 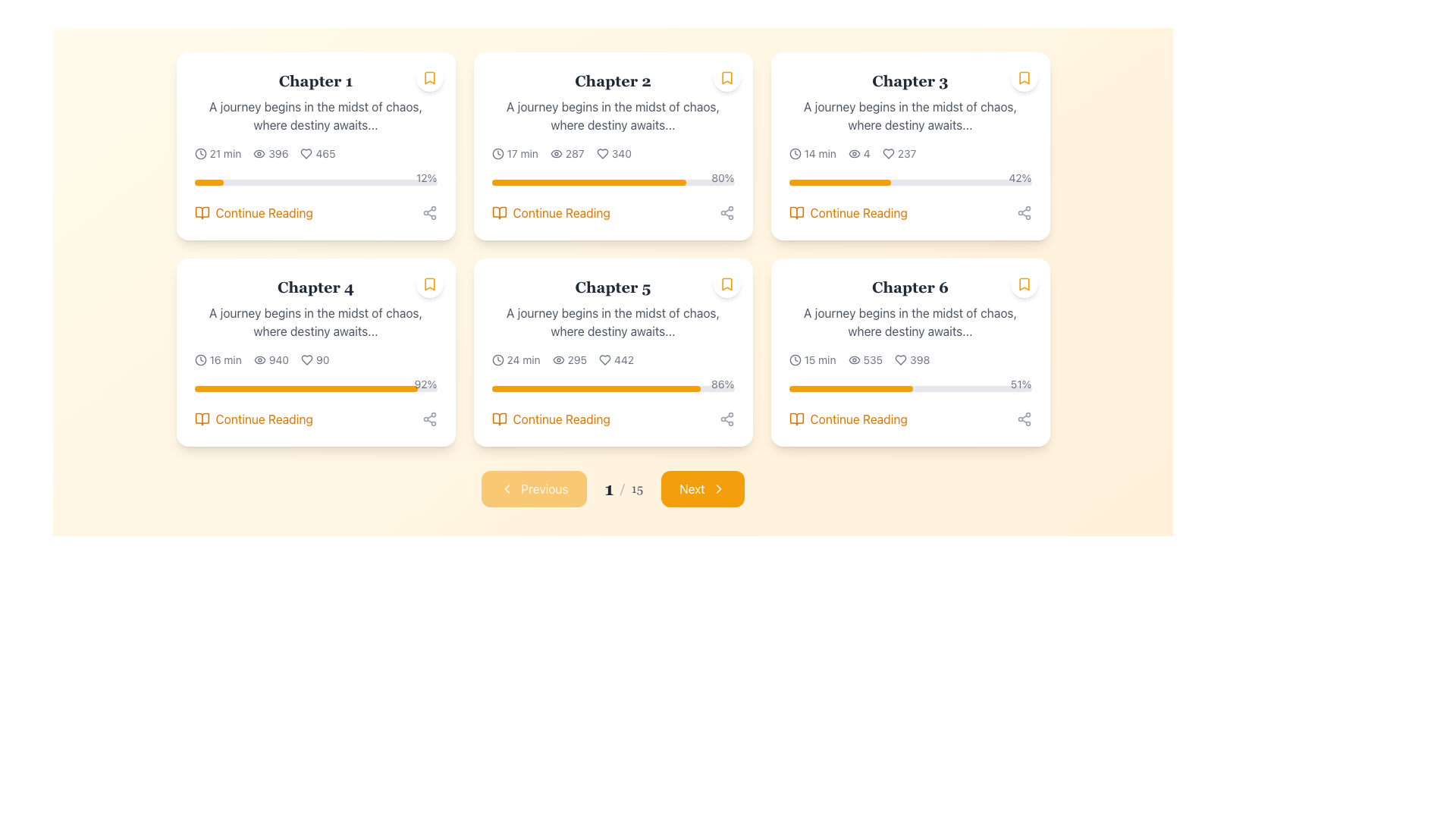 What do you see at coordinates (613, 287) in the screenshot?
I see `the header element representing 'Chapter 5'` at bounding box center [613, 287].